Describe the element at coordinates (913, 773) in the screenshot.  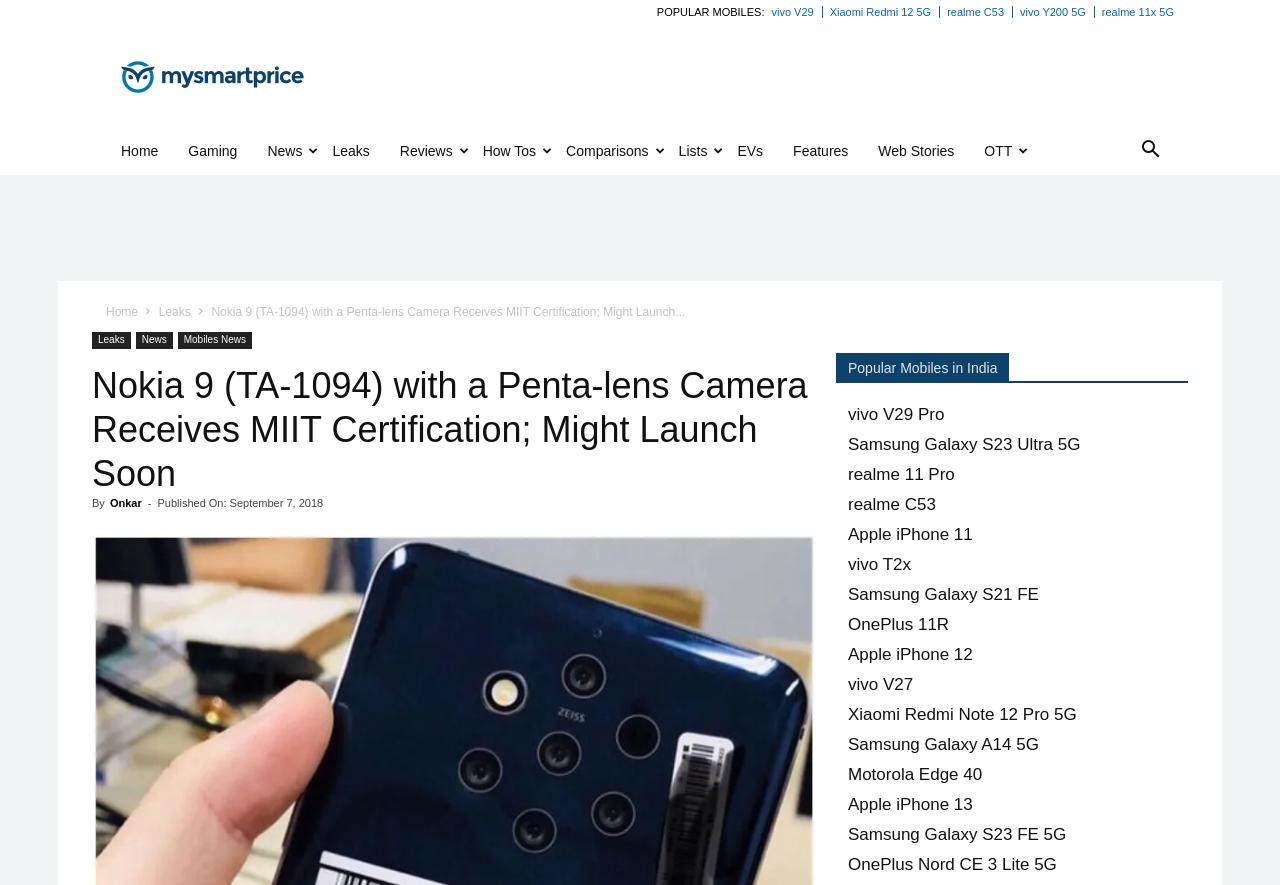
I see `'Motorola Edge 40'` at that location.